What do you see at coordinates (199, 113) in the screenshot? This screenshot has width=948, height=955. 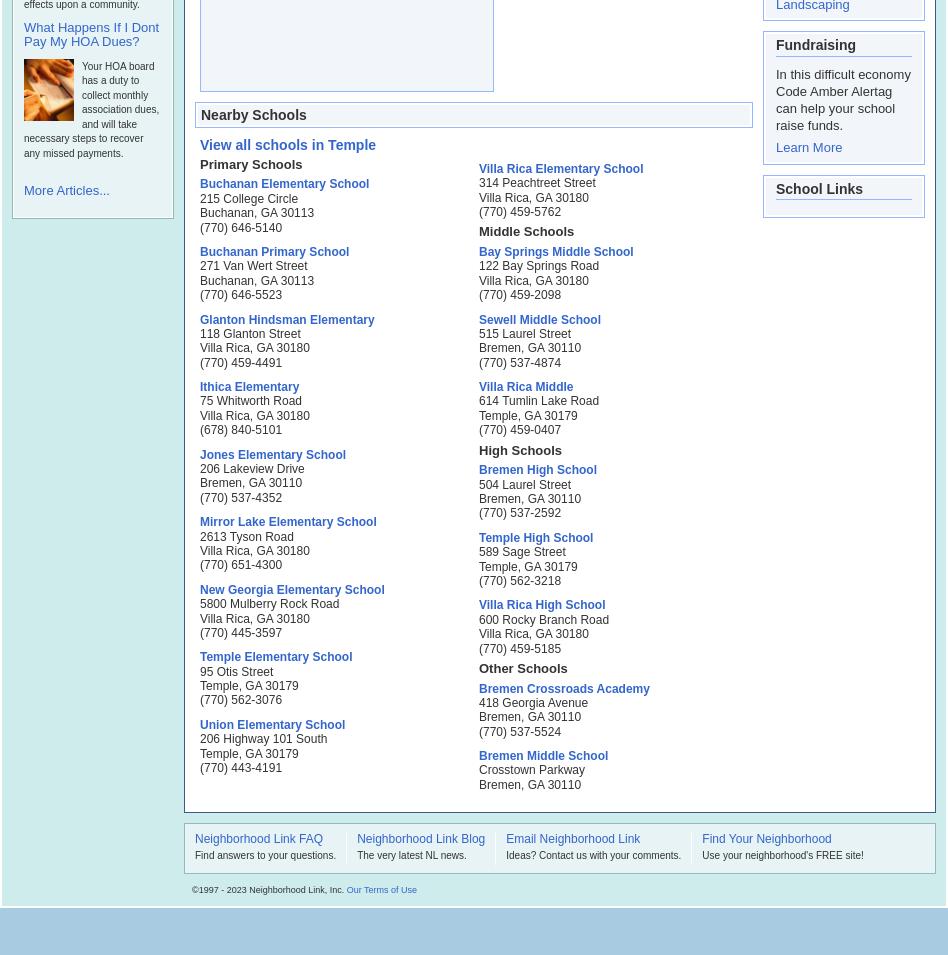 I see `'Nearby Schools'` at bounding box center [199, 113].